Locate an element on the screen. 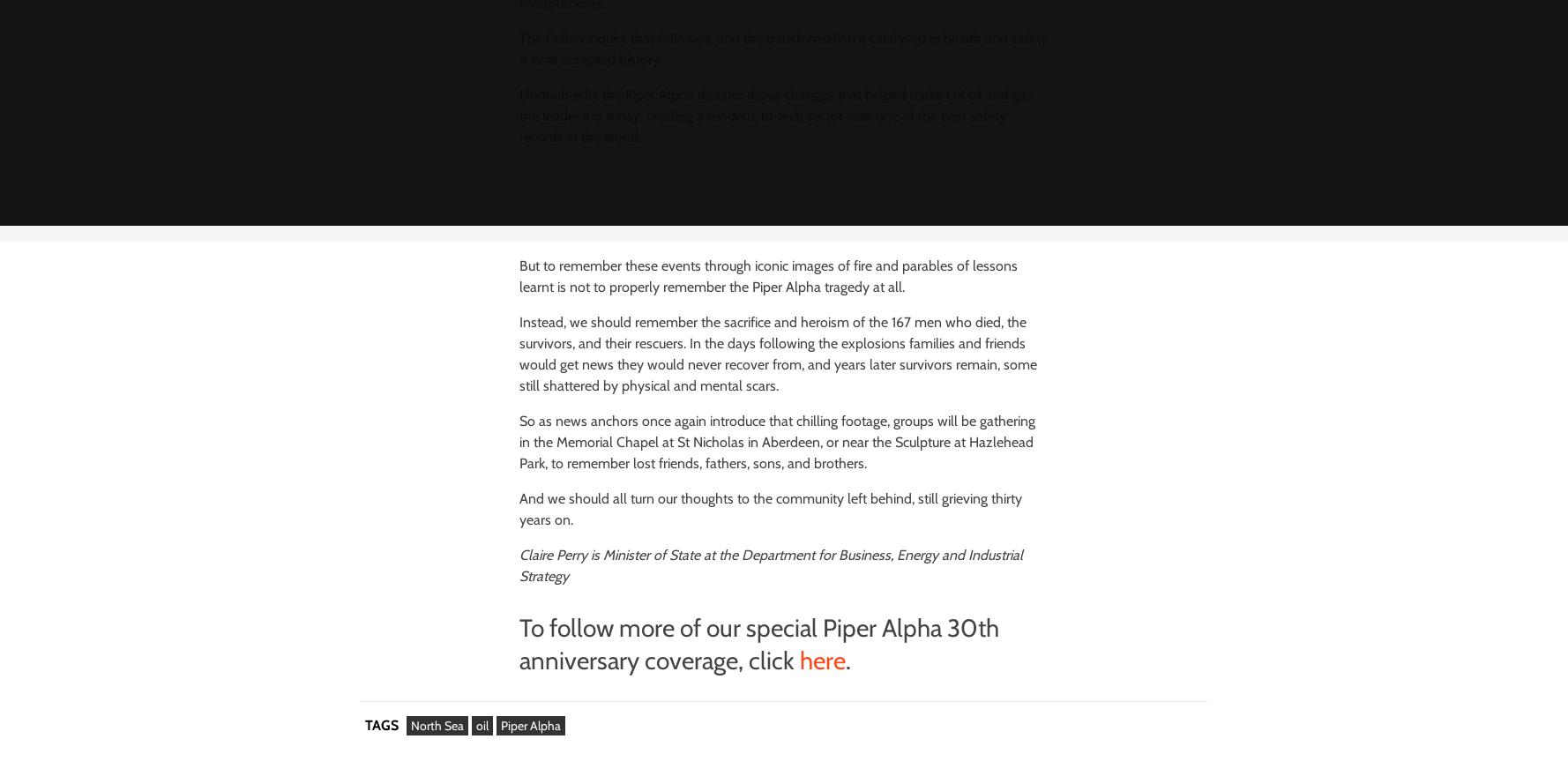  'To follow more of our special Piper Alpha 30th anniversary coverage, click' is located at coordinates (519, 643).